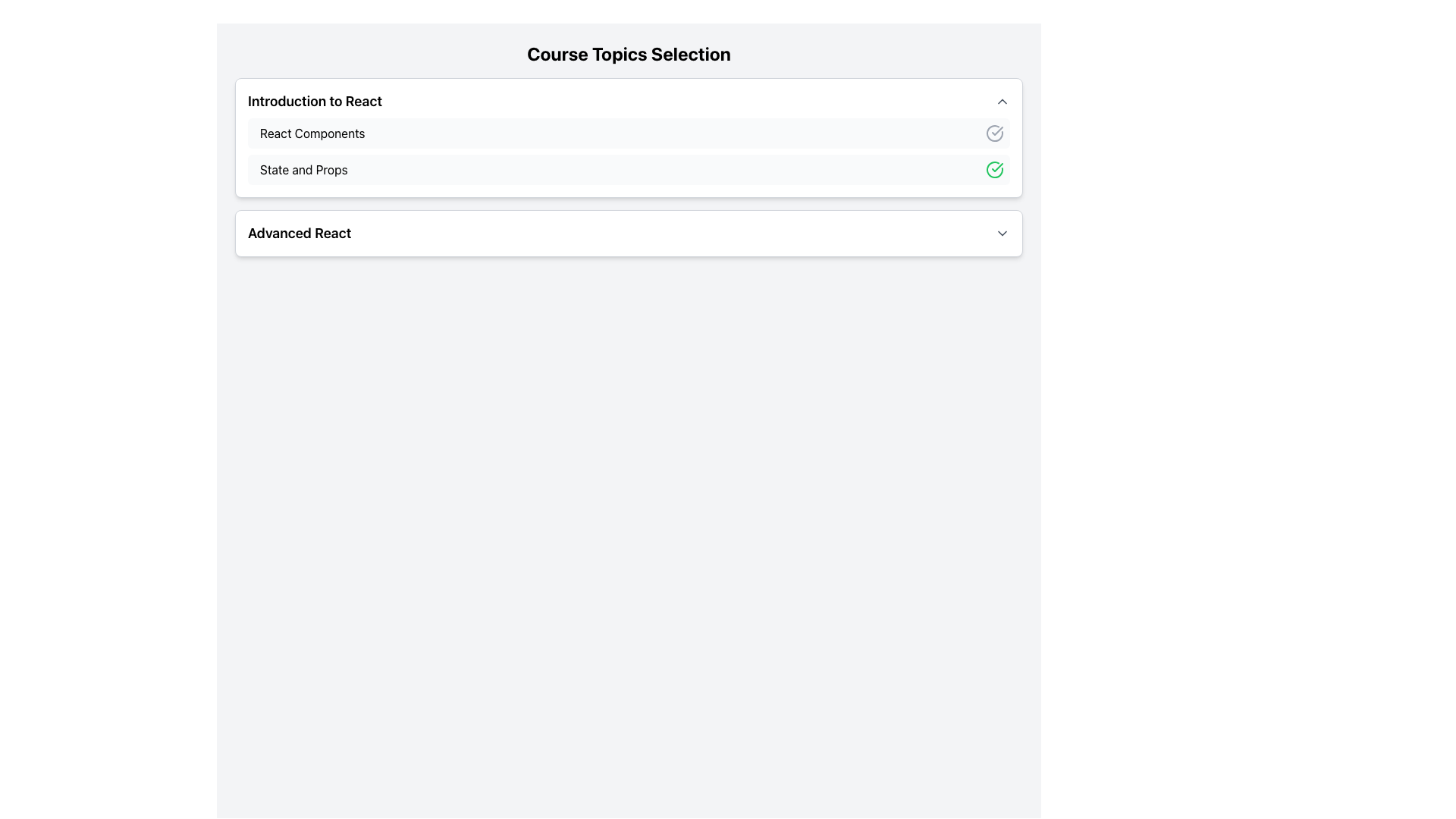 The height and width of the screenshot is (819, 1456). What do you see at coordinates (994, 169) in the screenshot?
I see `the green circular checkmark icon located to the right of the text 'State and Props' for accessibility purposes` at bounding box center [994, 169].